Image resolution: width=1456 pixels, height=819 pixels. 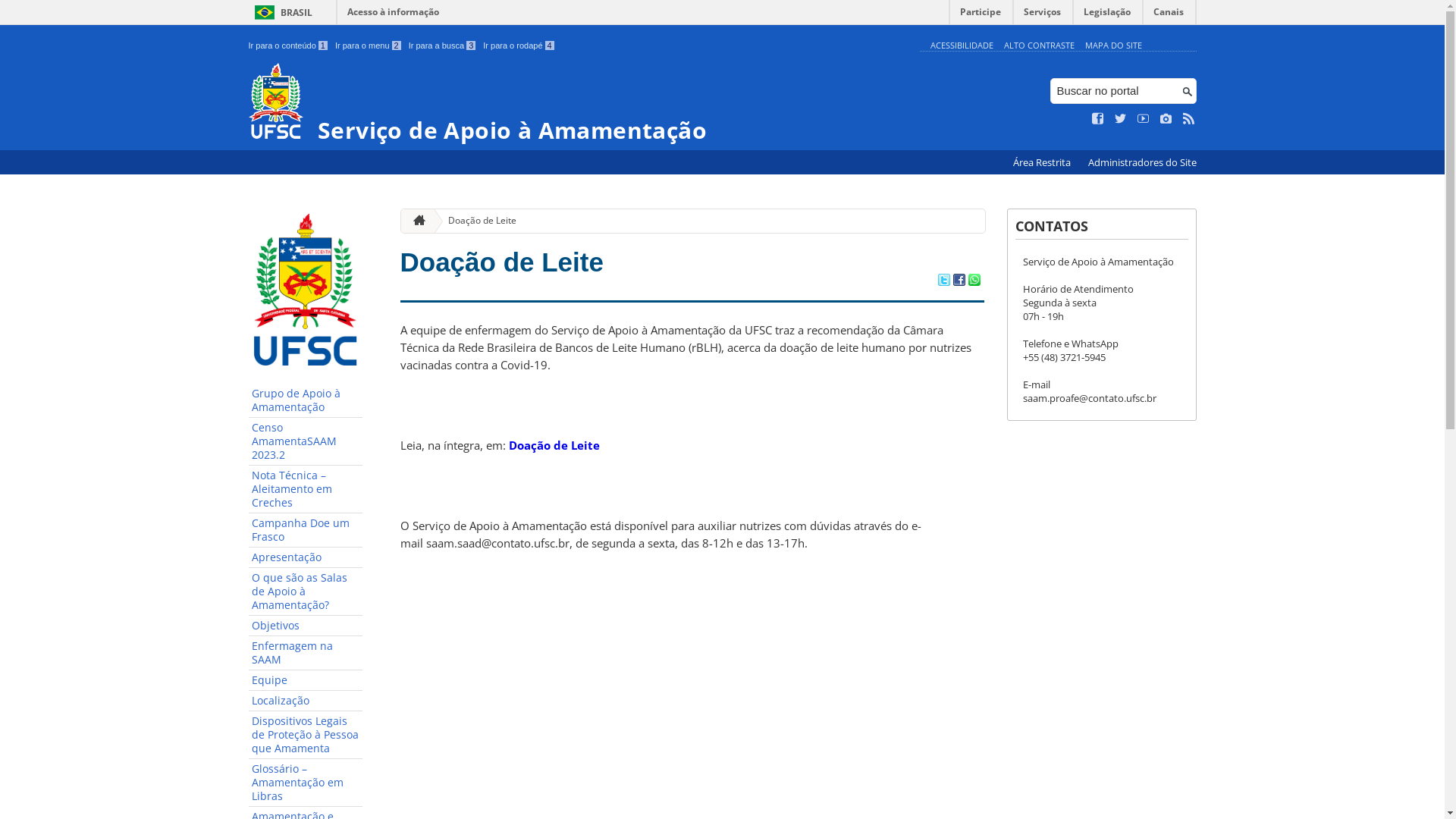 What do you see at coordinates (1038, 44) in the screenshot?
I see `'ALTO CONTRASTE'` at bounding box center [1038, 44].